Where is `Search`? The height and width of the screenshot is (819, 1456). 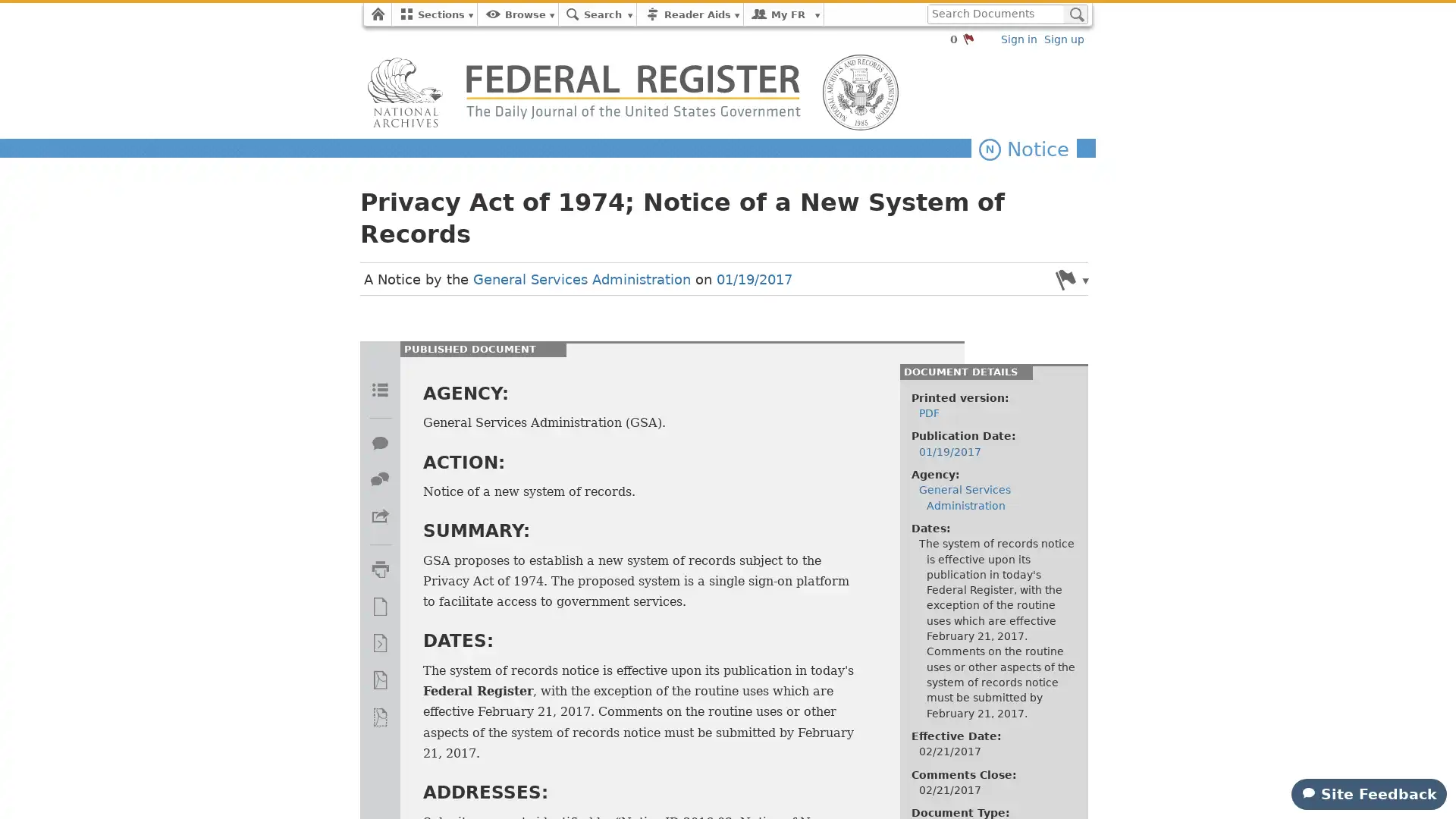
Search is located at coordinates (1075, 14).